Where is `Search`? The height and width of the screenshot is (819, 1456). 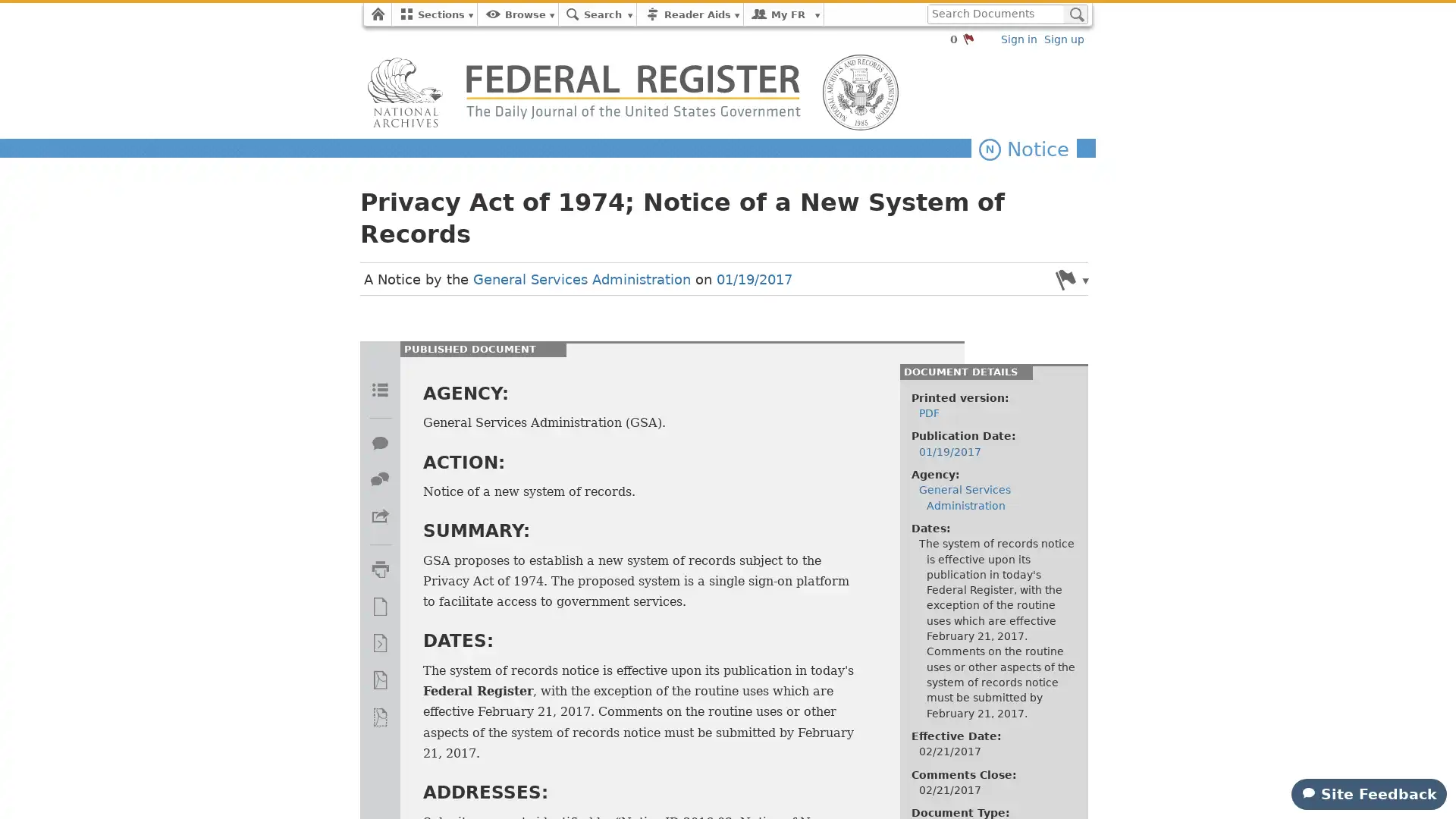
Search is located at coordinates (1075, 14).